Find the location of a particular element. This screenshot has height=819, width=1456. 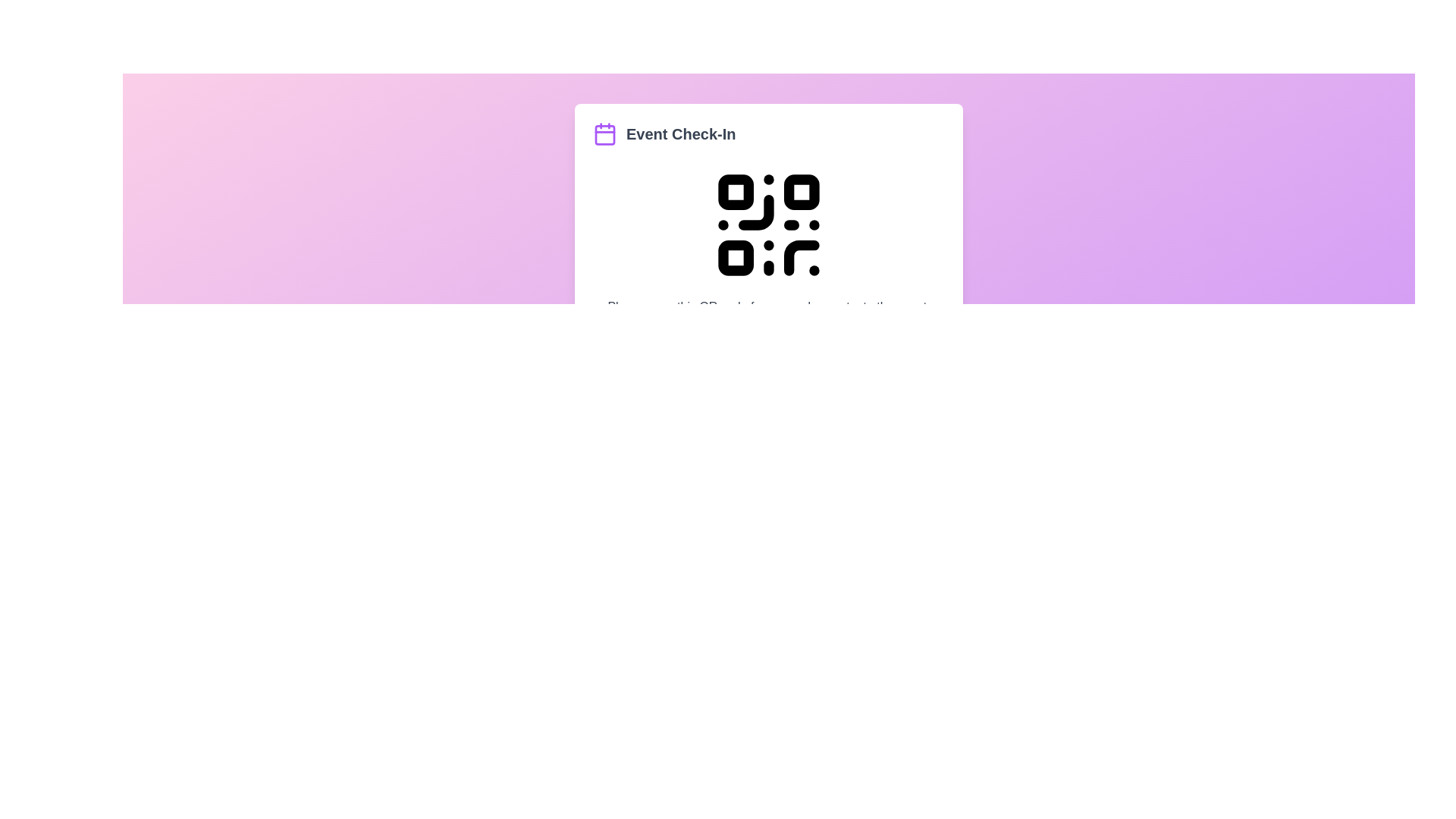

the purple rounded square icon within the calendar icon, located adjacent to the 'Event Check-In' text is located at coordinates (604, 133).